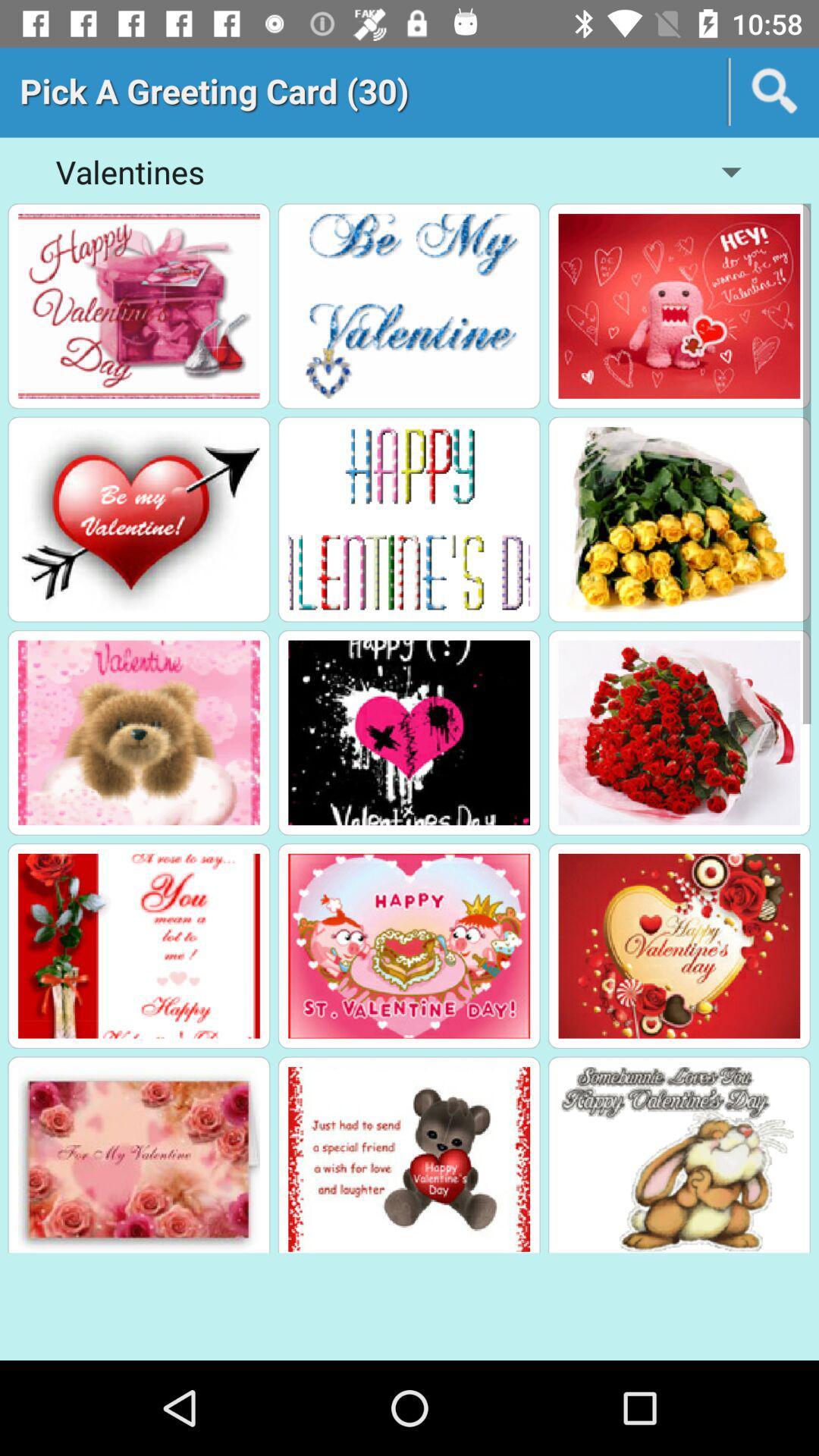  Describe the element at coordinates (678, 519) in the screenshot. I see `for some image` at that location.